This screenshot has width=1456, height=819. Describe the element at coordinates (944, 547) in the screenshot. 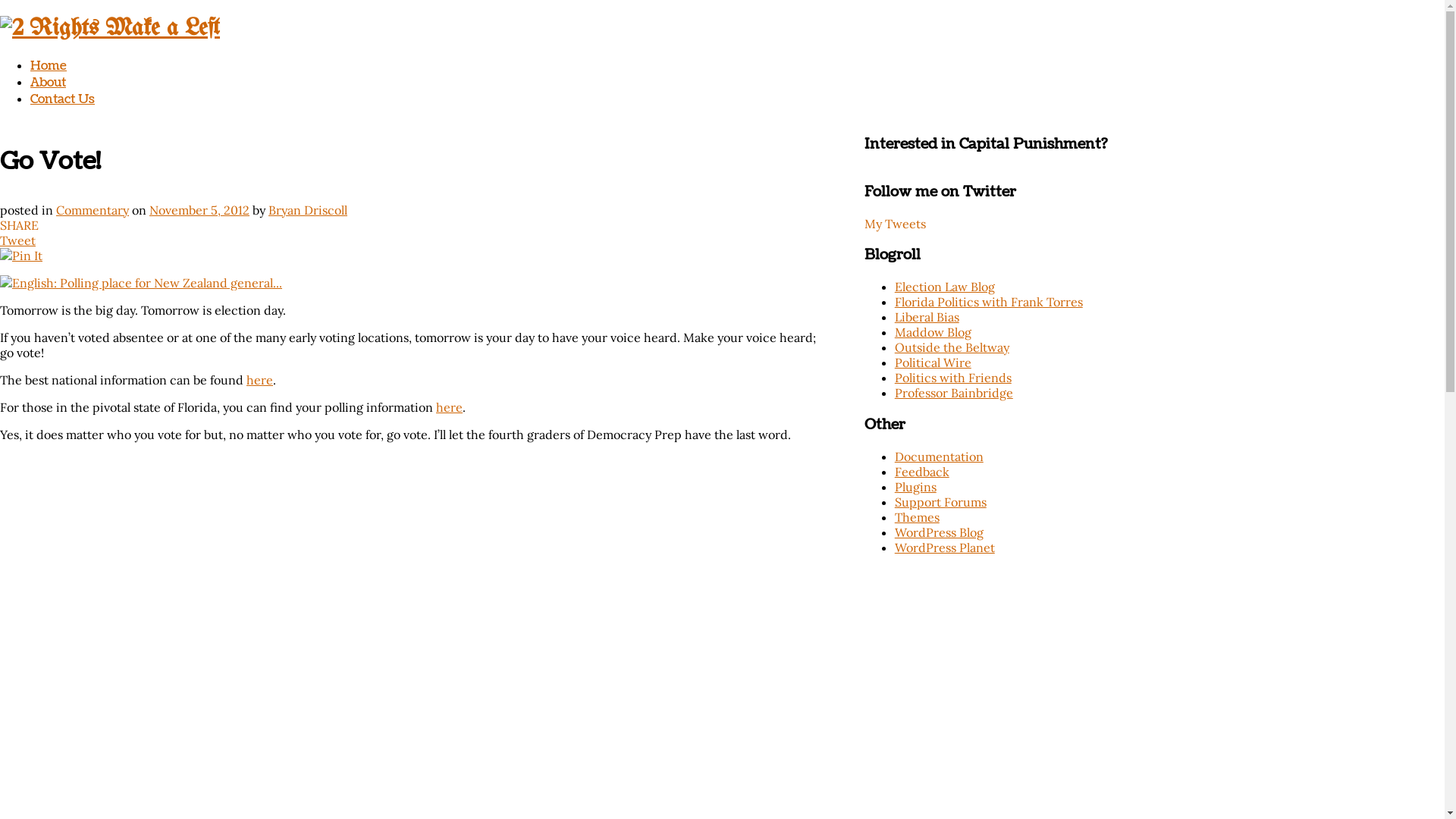

I see `'WordPress Planet'` at that location.